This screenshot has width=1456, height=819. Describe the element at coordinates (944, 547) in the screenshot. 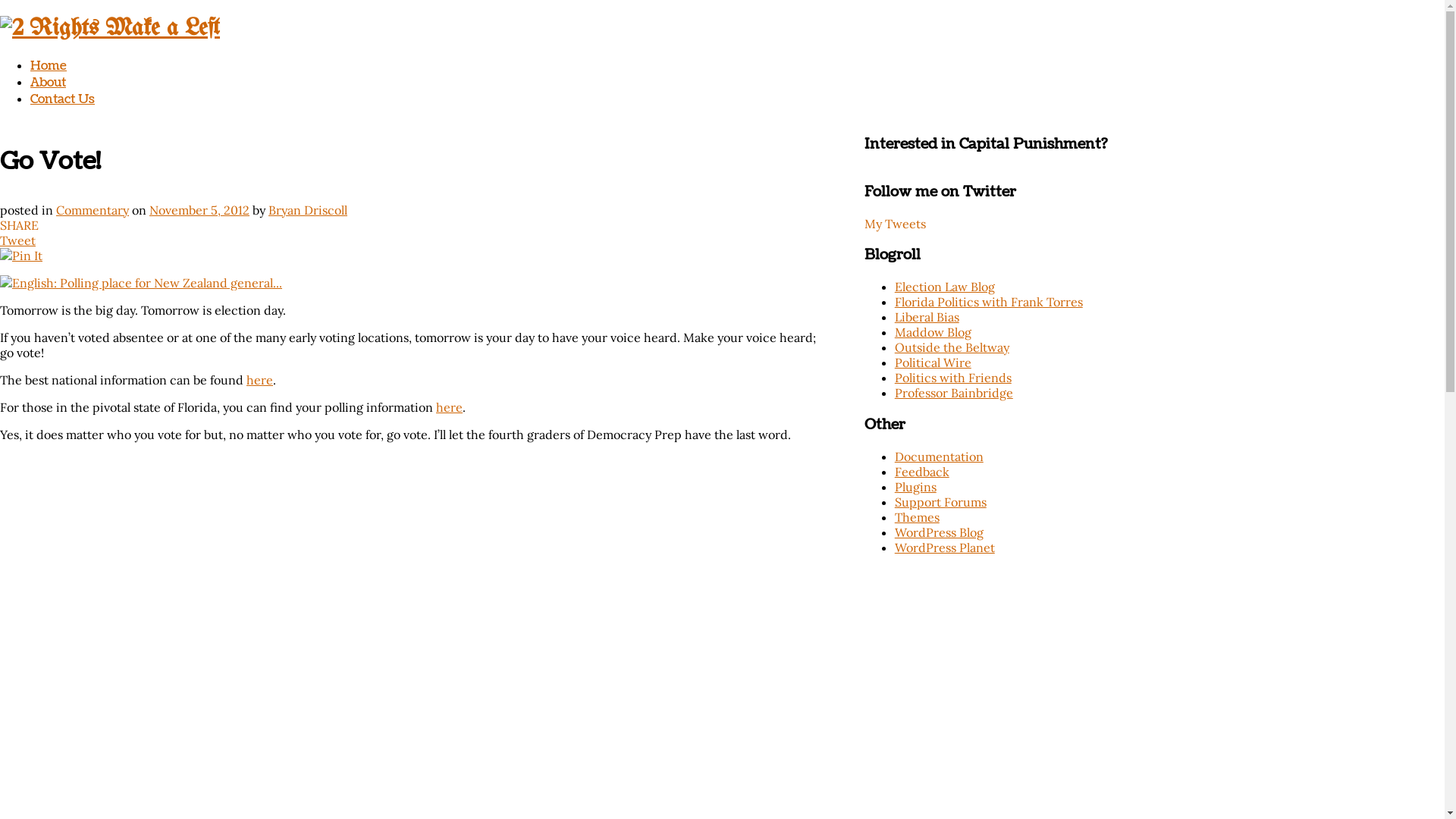

I see `'WordPress Planet'` at that location.